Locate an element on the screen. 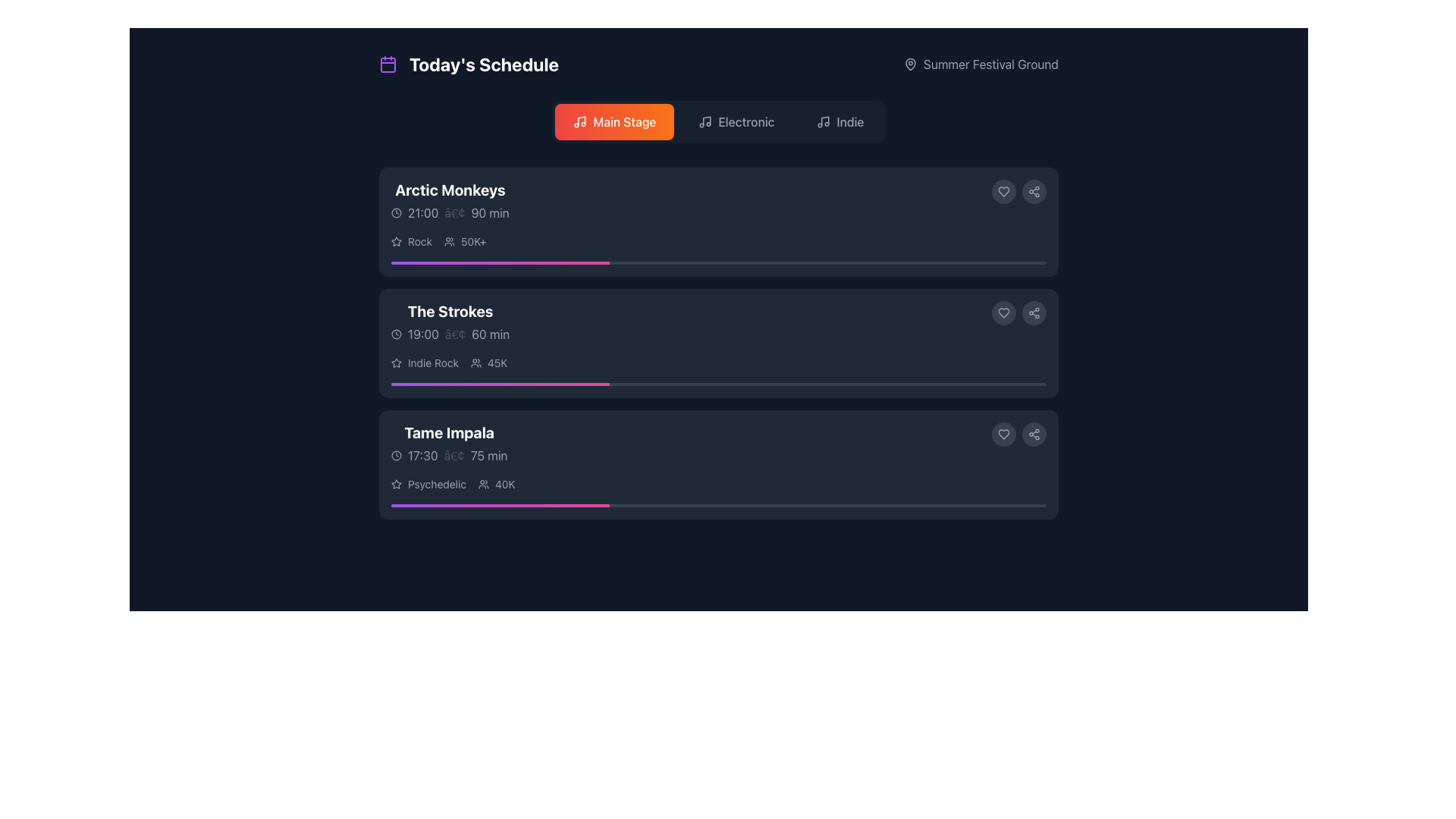 The height and width of the screenshot is (819, 1456). the header element containing 'Today's Schedule' and 'Summer Festival Ground' by moving the cursor to its center point is located at coordinates (718, 63).